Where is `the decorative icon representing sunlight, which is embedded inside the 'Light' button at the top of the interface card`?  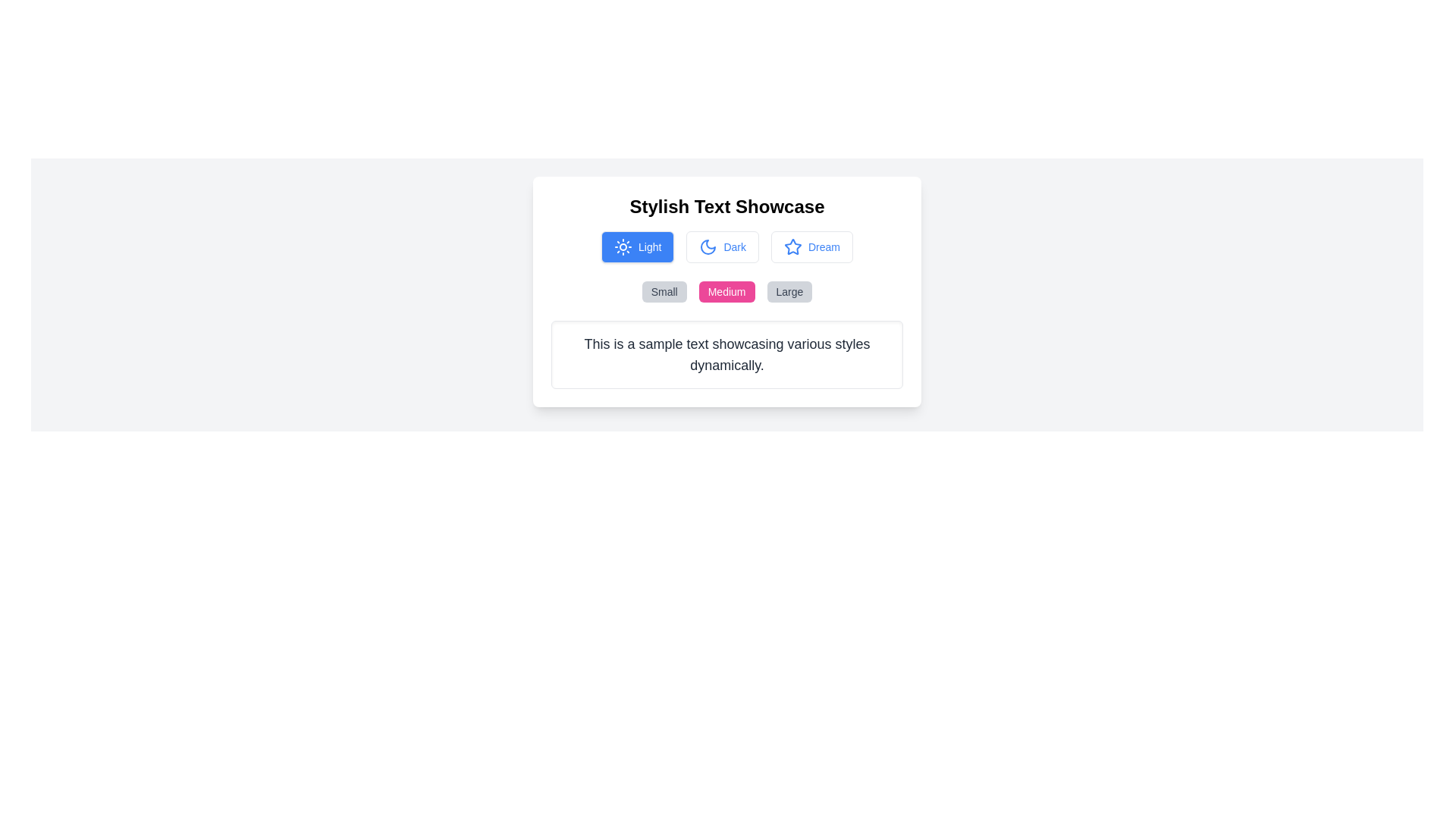 the decorative icon representing sunlight, which is embedded inside the 'Light' button at the top of the interface card is located at coordinates (623, 246).